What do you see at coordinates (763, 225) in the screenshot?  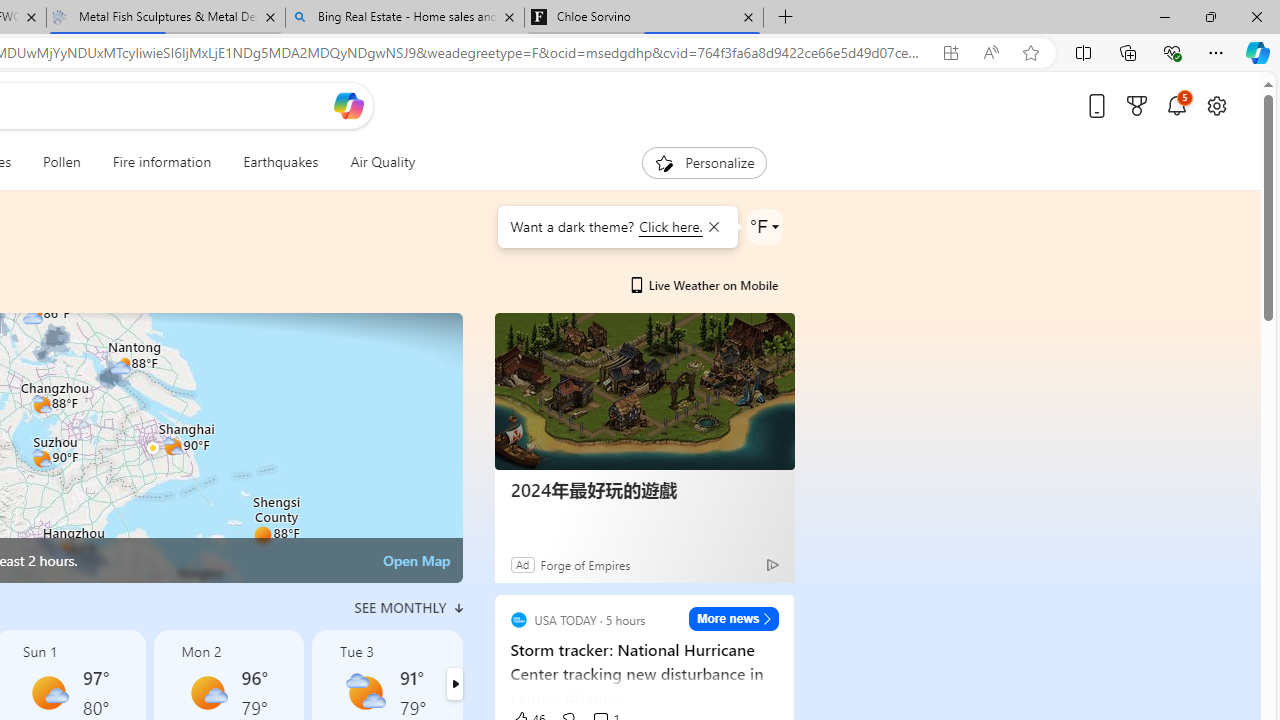 I see `'Weather settings'` at bounding box center [763, 225].